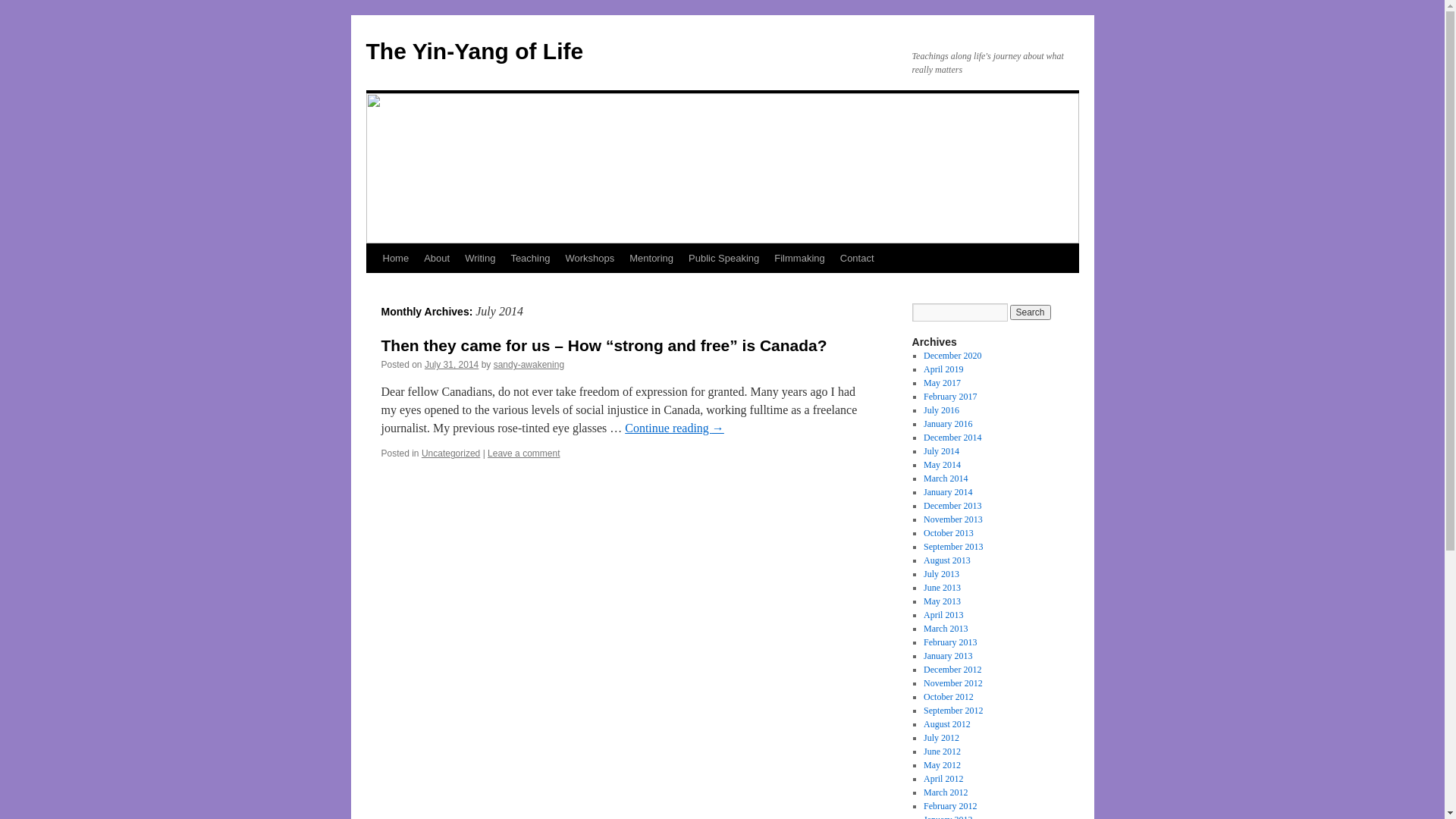  I want to click on 'April 2013', so click(942, 614).